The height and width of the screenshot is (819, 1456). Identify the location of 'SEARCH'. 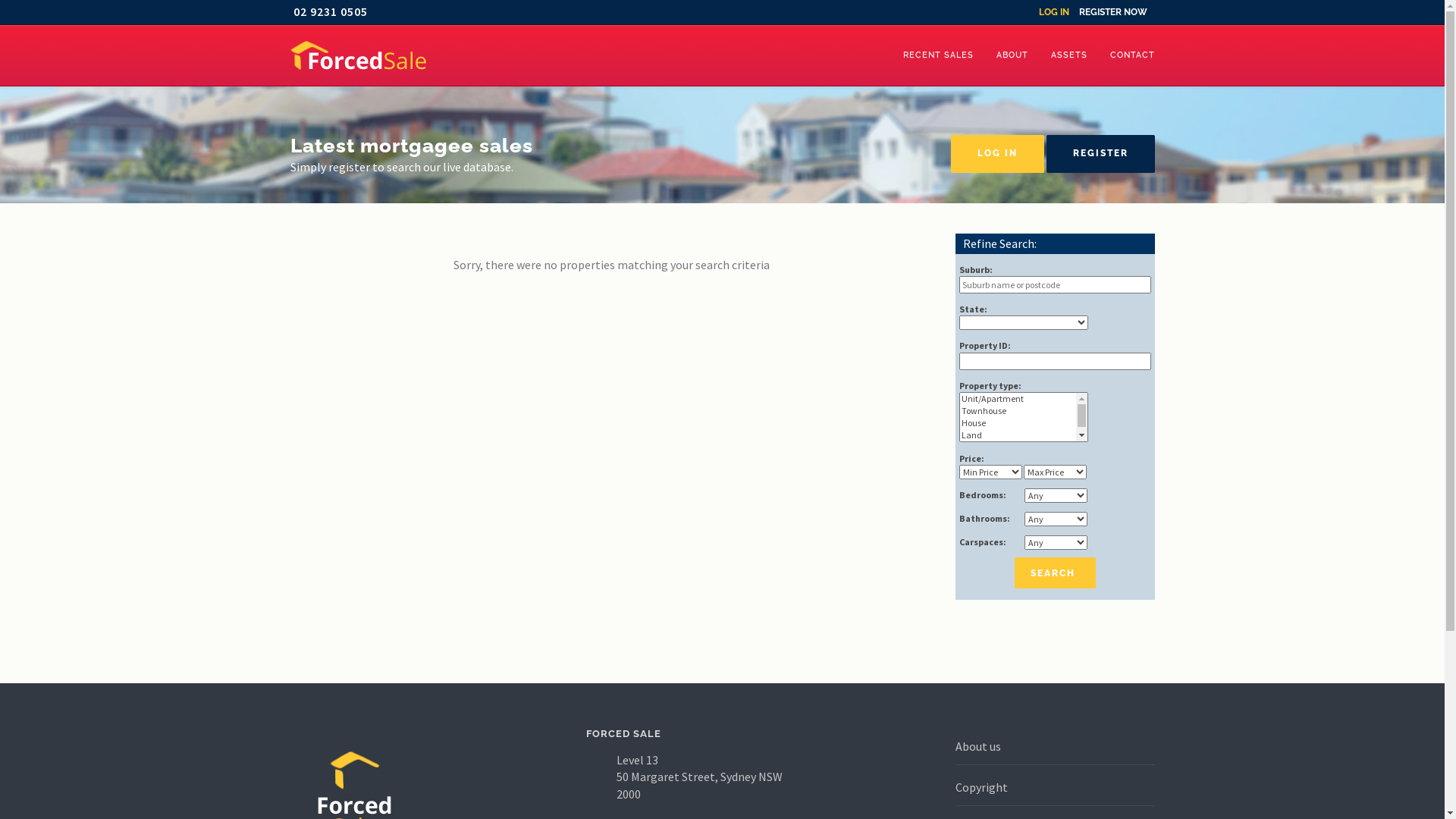
(1015, 573).